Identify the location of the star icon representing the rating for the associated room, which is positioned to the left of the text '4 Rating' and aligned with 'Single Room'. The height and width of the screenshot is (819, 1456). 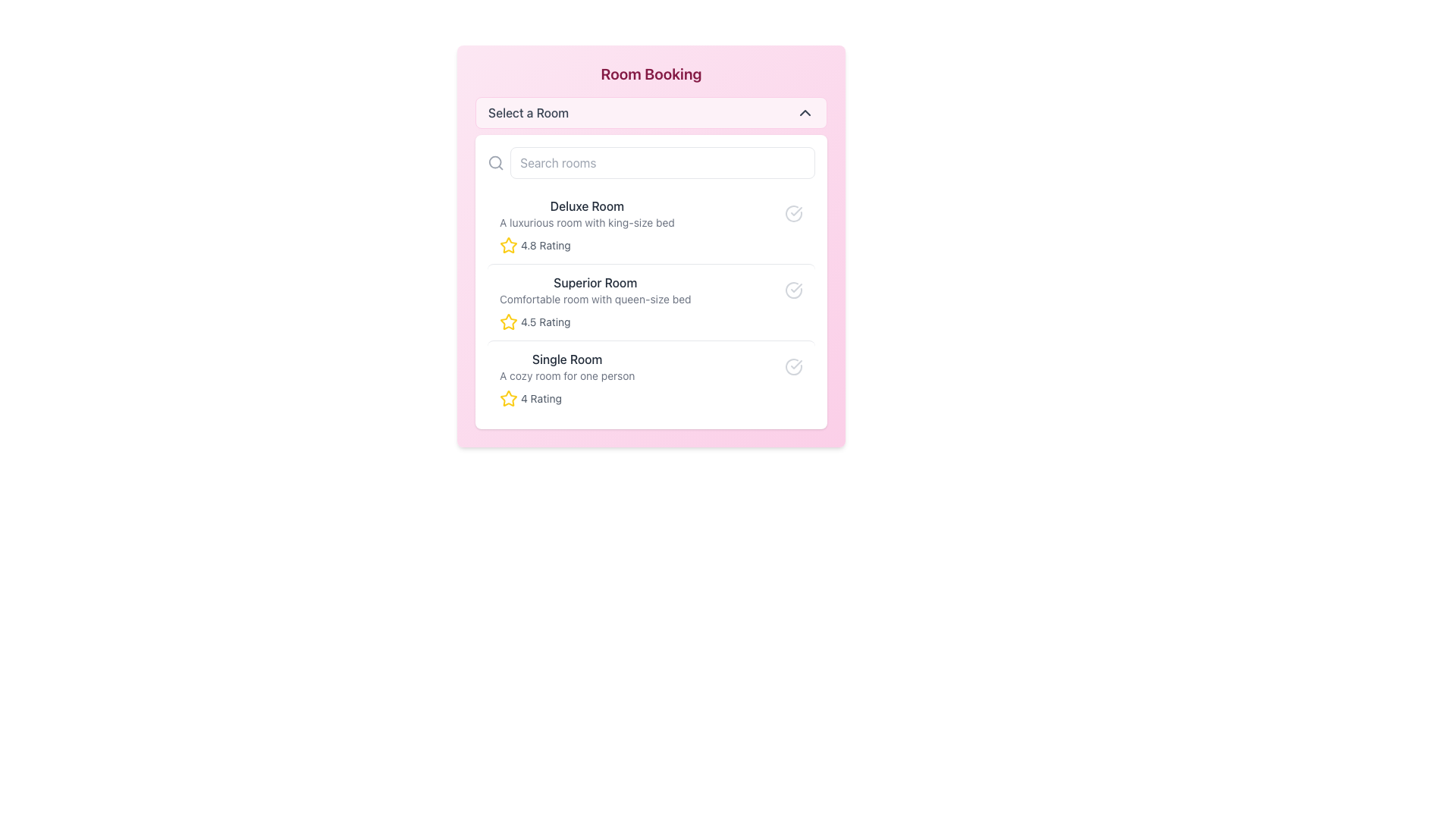
(509, 397).